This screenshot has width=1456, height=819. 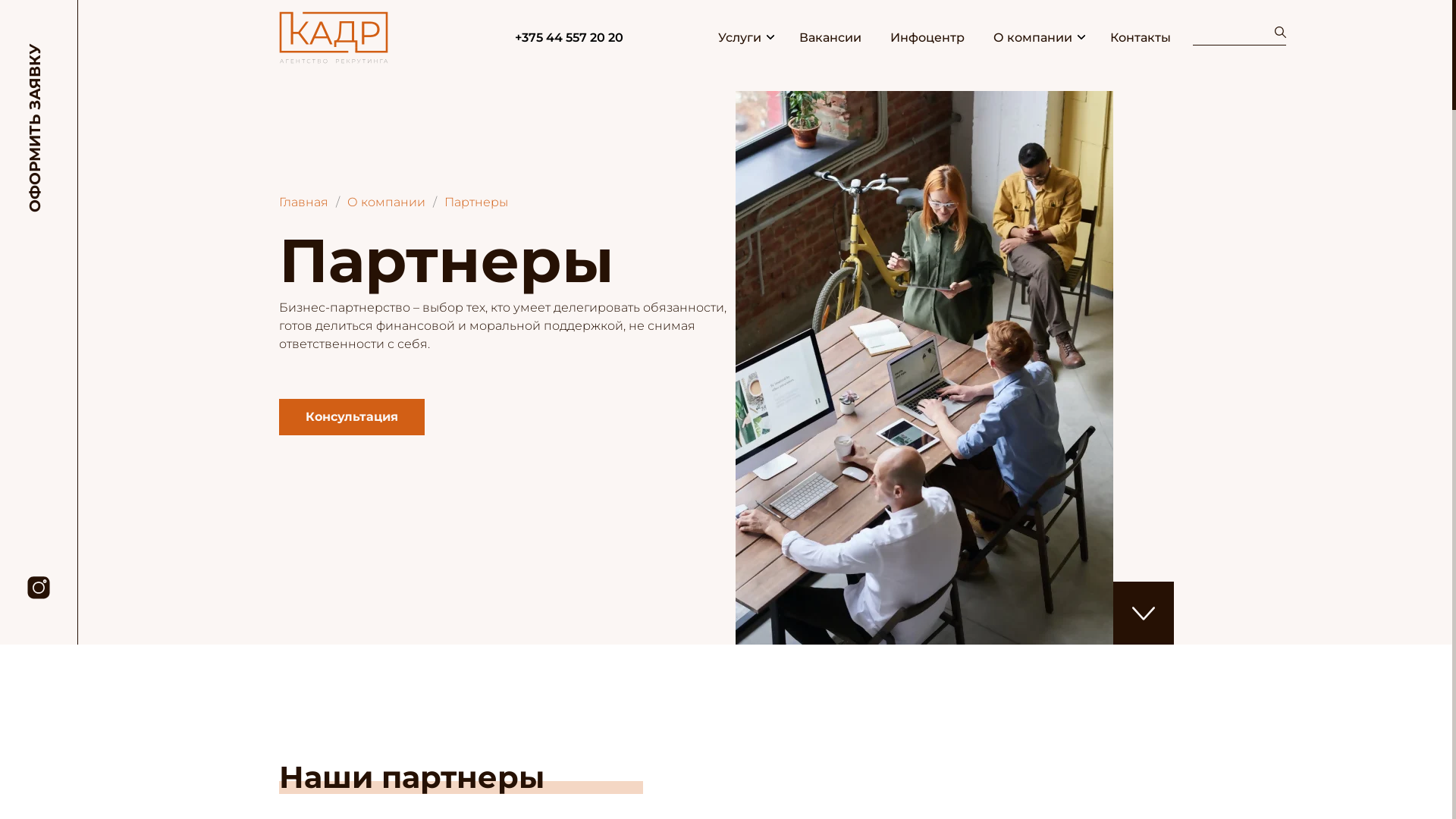 What do you see at coordinates (568, 36) in the screenshot?
I see `'+375 44 557 20 20'` at bounding box center [568, 36].